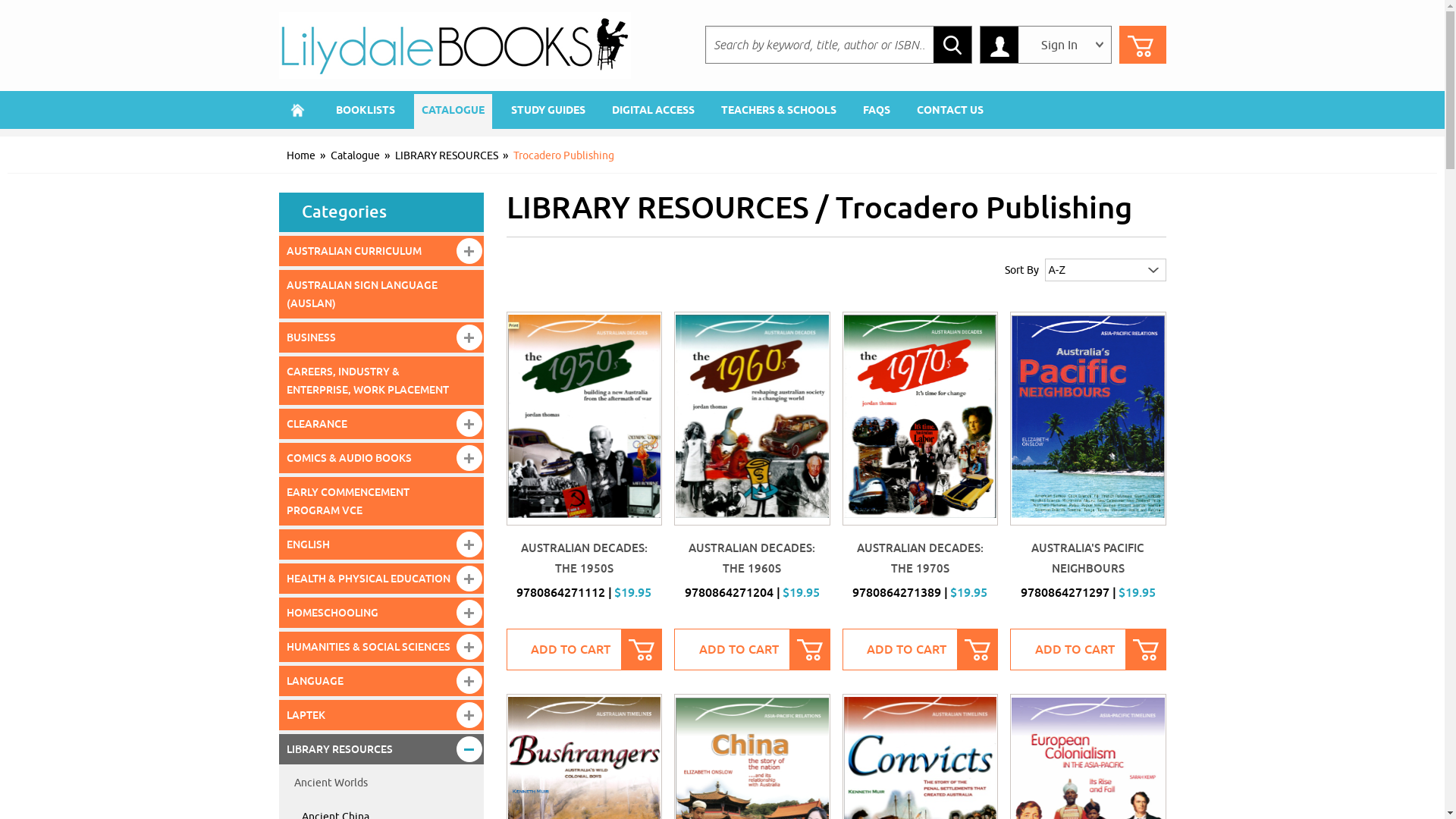 The width and height of the screenshot is (1456, 819). What do you see at coordinates (381, 294) in the screenshot?
I see `'AUSTRALIAN SIGN LANGUAGE (AUSLAN)'` at bounding box center [381, 294].